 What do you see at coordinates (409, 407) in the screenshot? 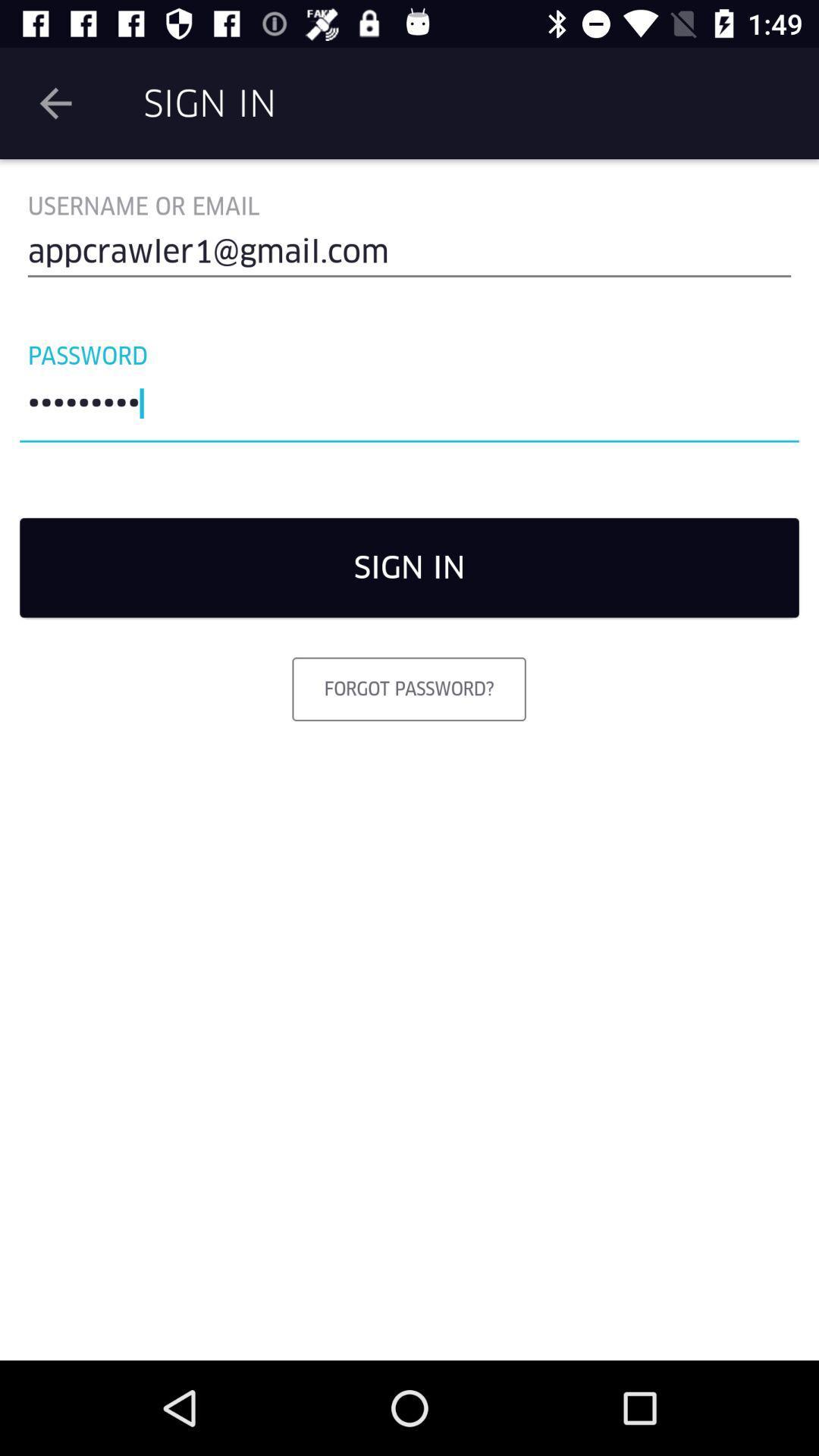
I see `crowd3116 item` at bounding box center [409, 407].